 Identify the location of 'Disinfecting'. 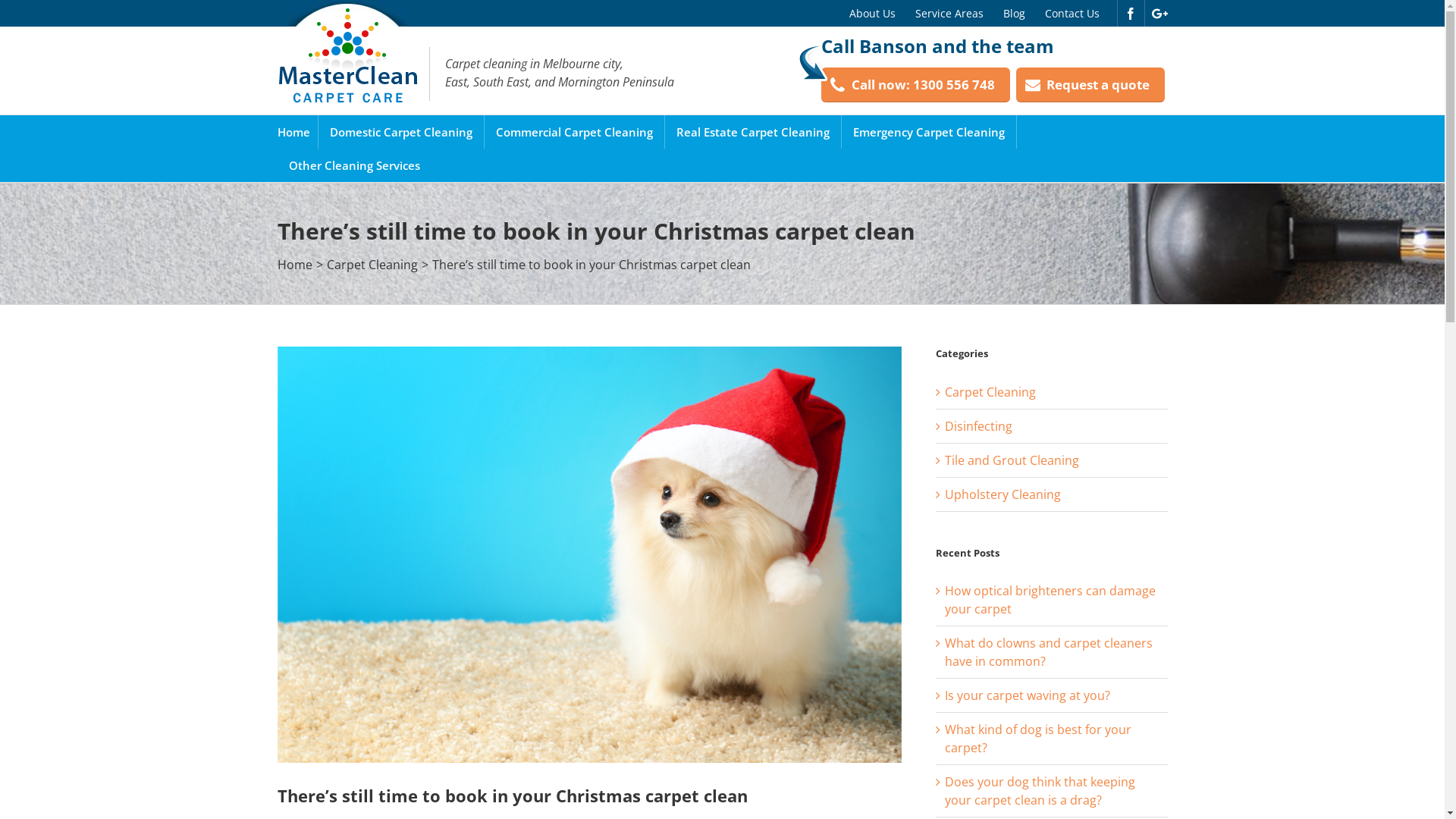
(944, 426).